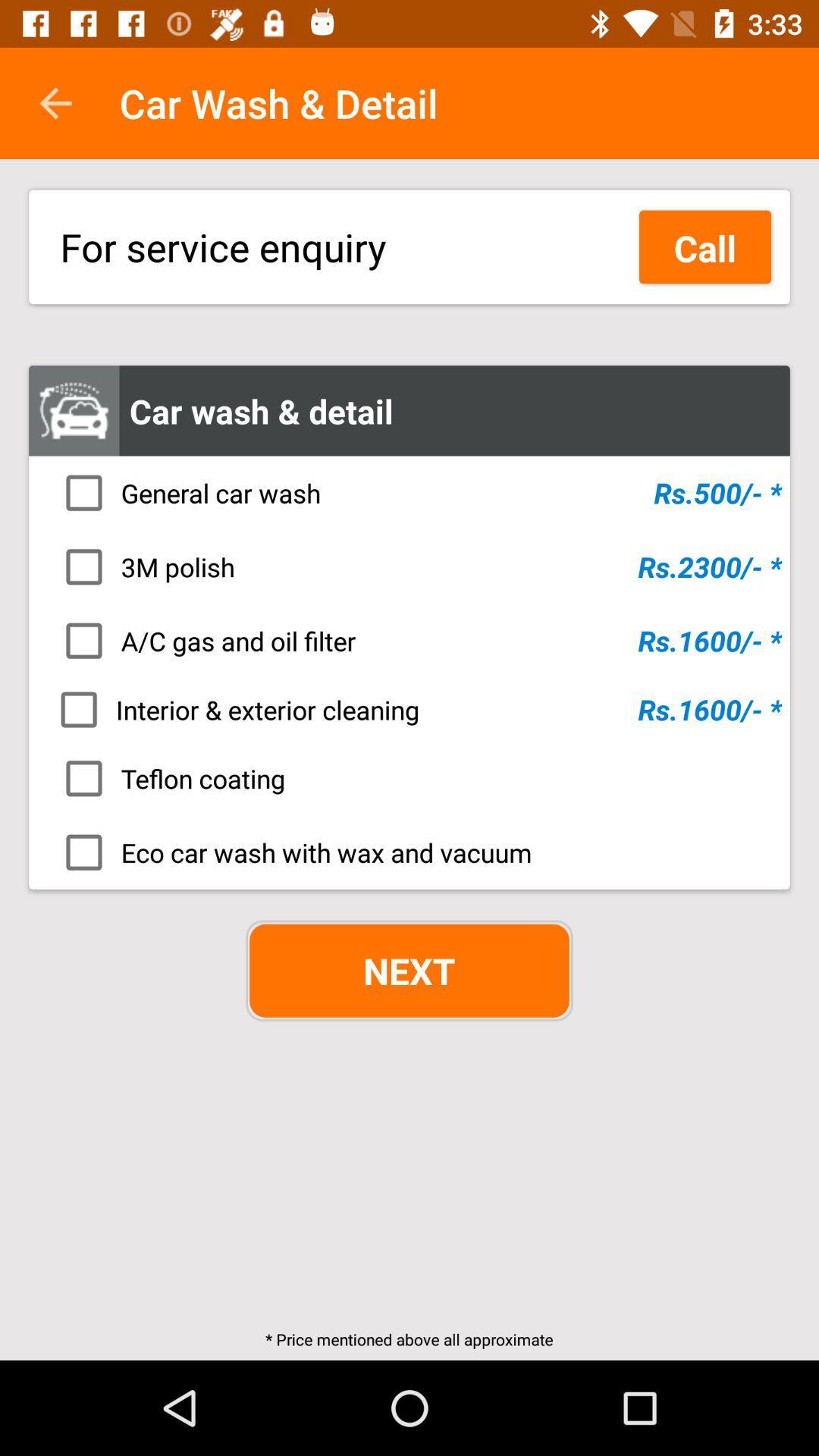 The image size is (819, 1456). What do you see at coordinates (414, 778) in the screenshot?
I see `icon below interior & exterior cleaning icon` at bounding box center [414, 778].